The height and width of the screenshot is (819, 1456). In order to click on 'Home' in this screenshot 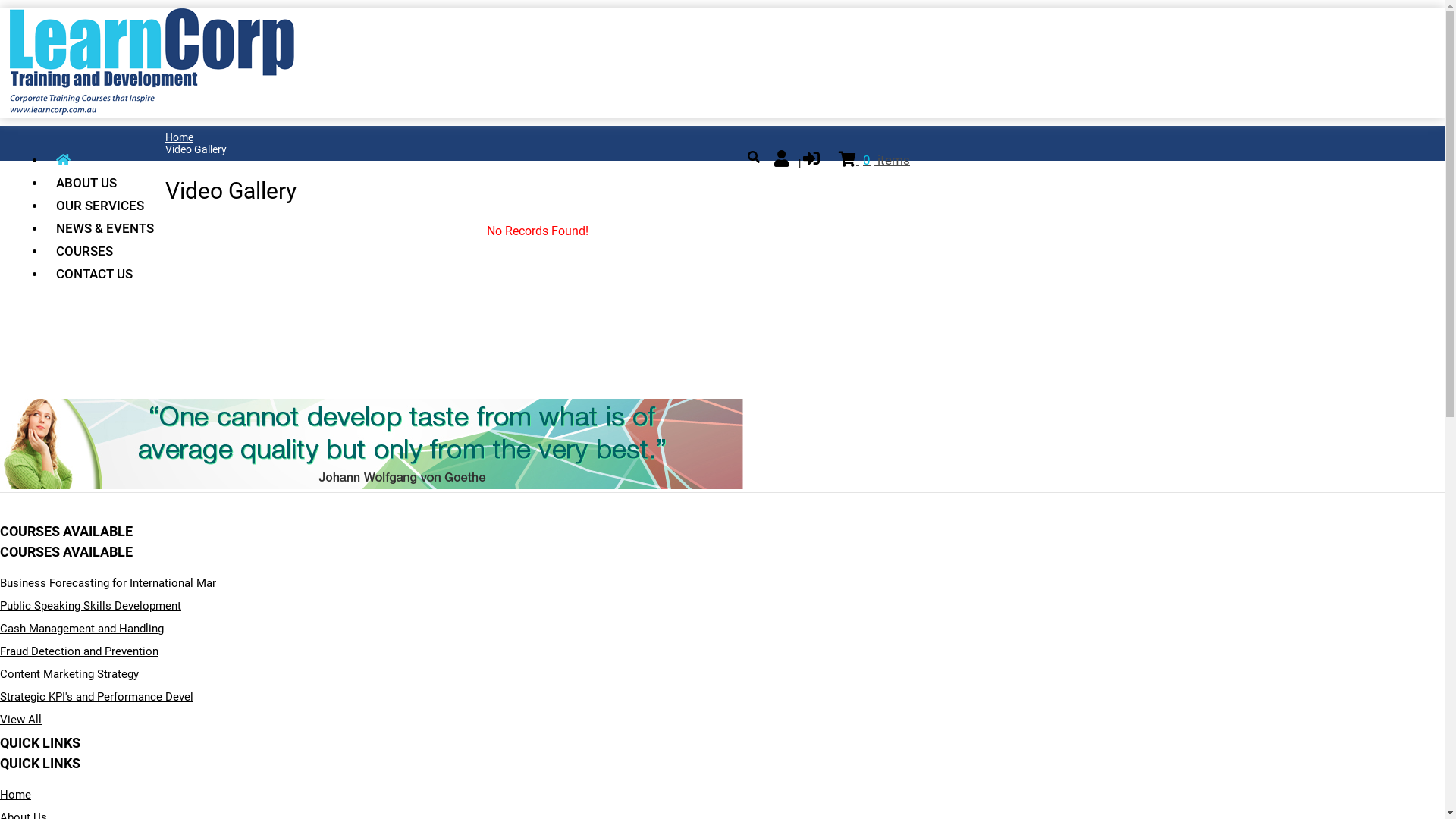, I will do `click(179, 137)`.